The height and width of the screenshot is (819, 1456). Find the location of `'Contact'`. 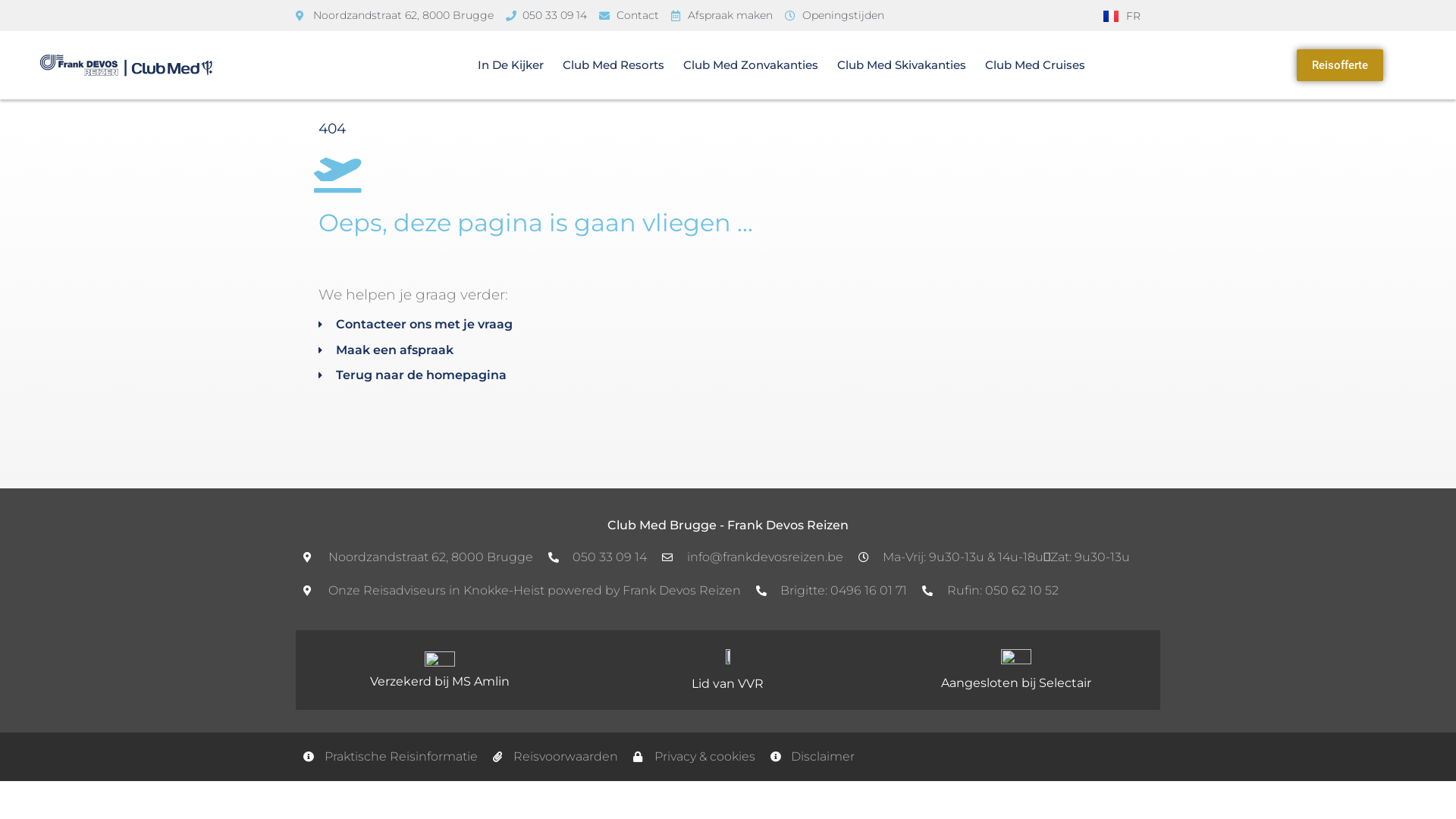

'Contact' is located at coordinates (629, 15).